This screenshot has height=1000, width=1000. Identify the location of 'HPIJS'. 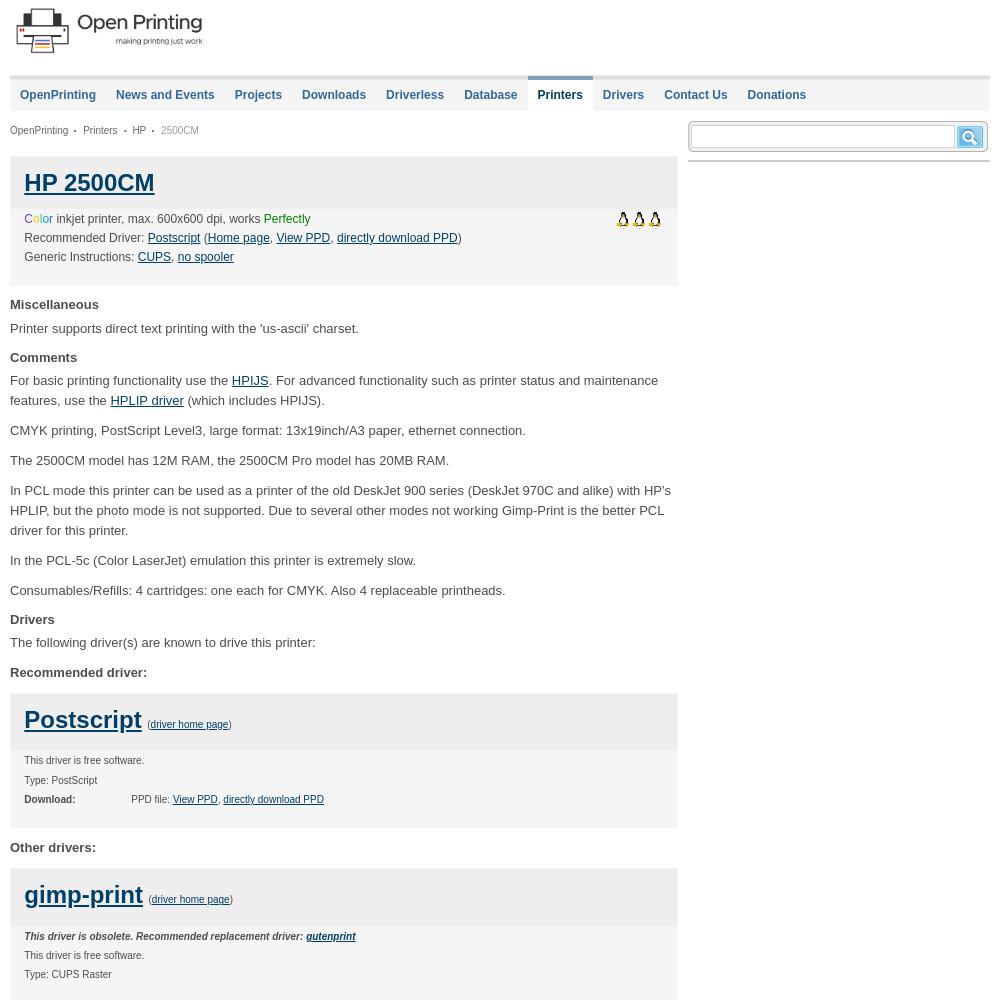
(230, 379).